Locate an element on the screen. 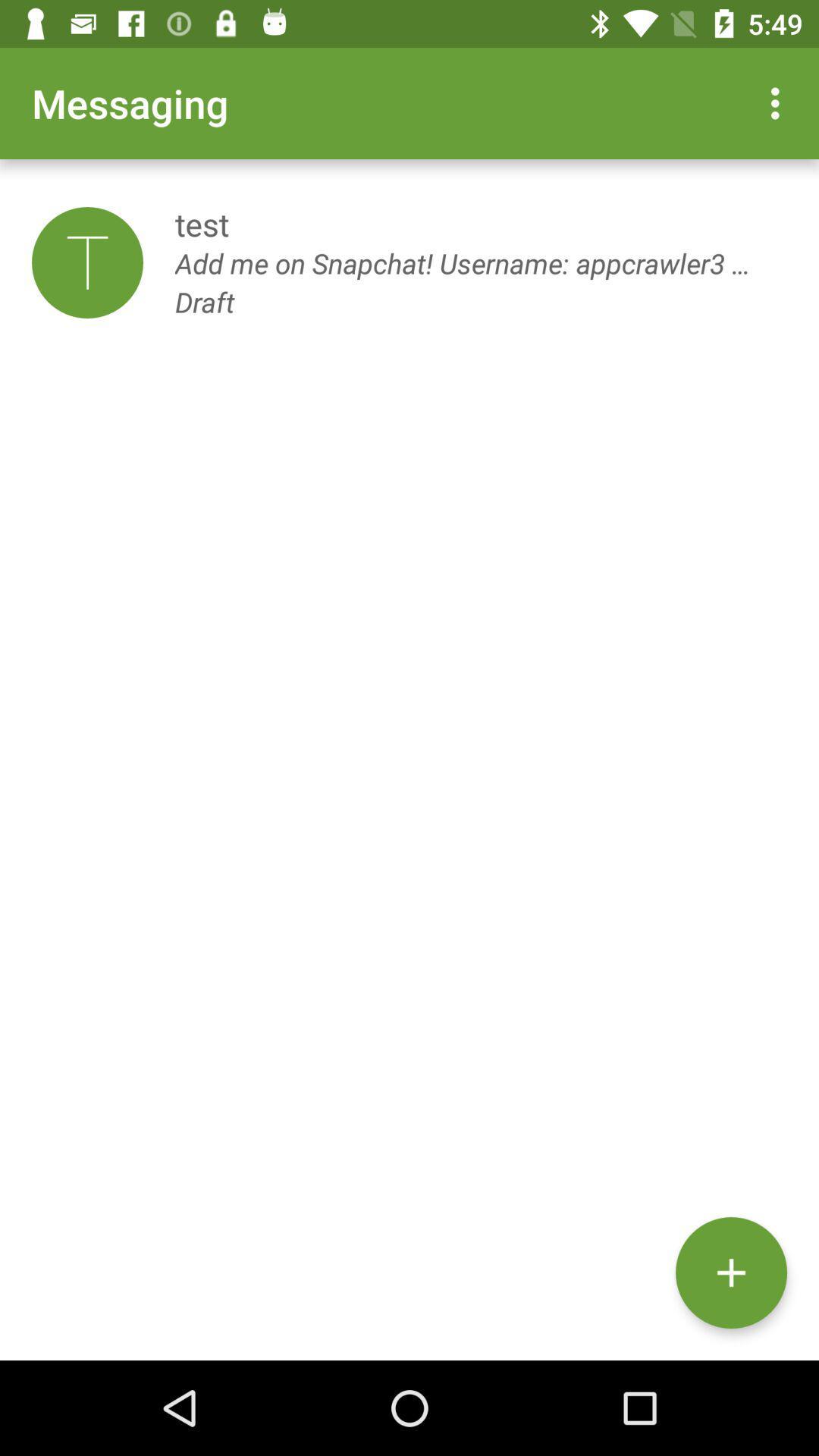 This screenshot has width=819, height=1456. the item to the left of test is located at coordinates (87, 262).